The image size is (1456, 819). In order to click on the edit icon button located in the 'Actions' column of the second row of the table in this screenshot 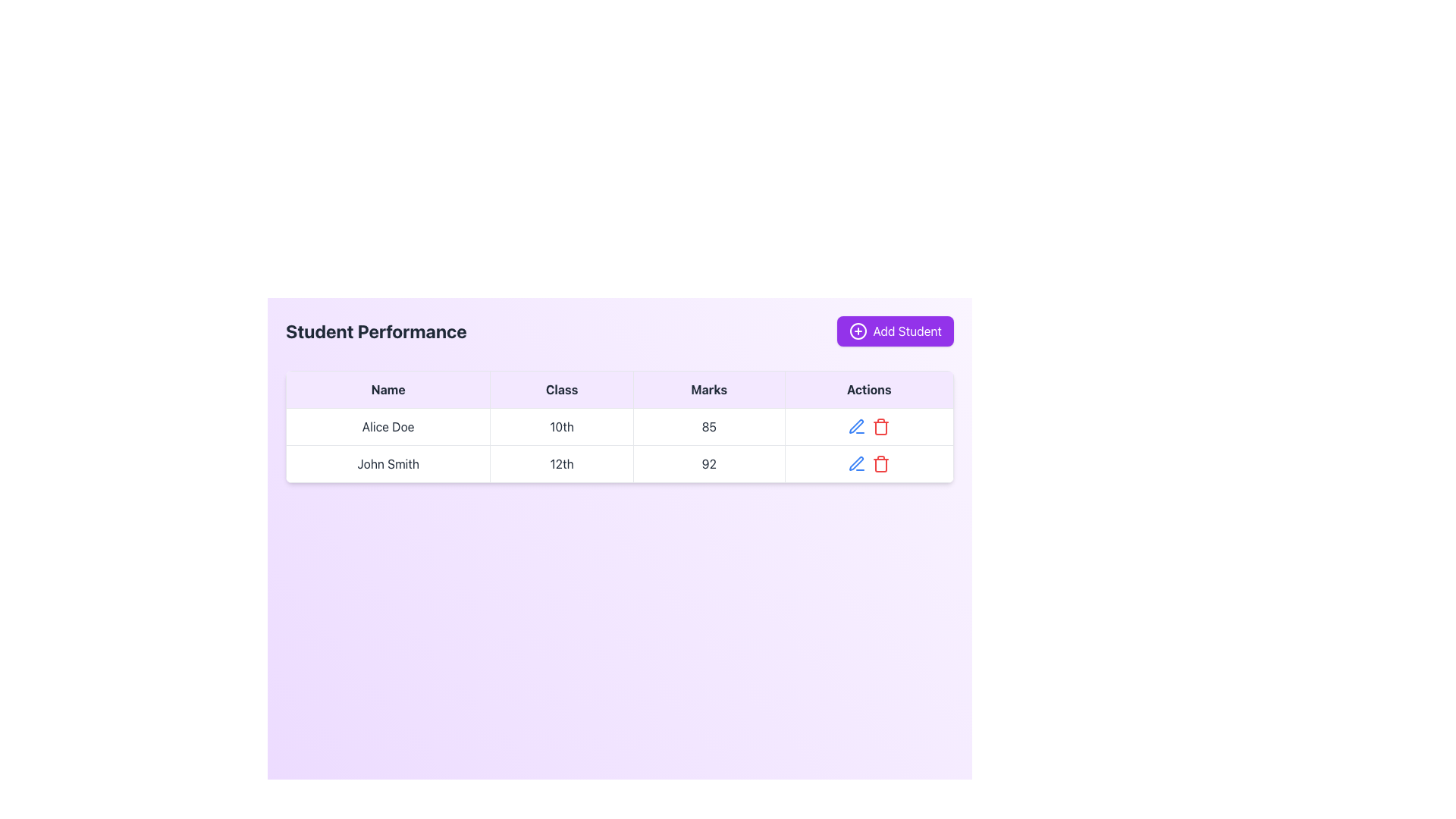, I will do `click(857, 463)`.